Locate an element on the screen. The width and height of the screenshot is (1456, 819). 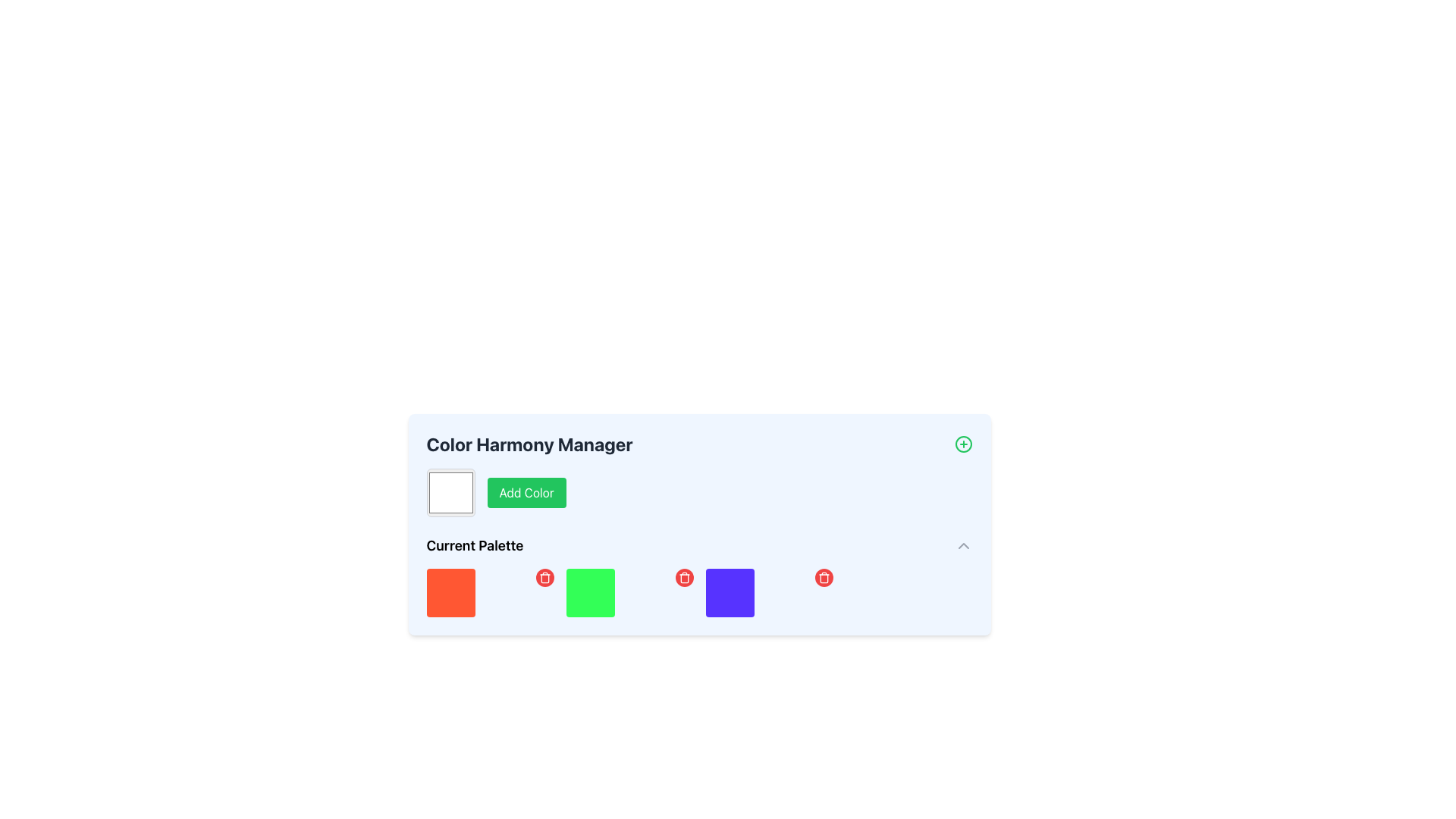
the 'Add Color' button, which is a green button with rounded corners located to the right of the color picker button in the 'Color Harmony Manager' section is located at coordinates (526, 493).